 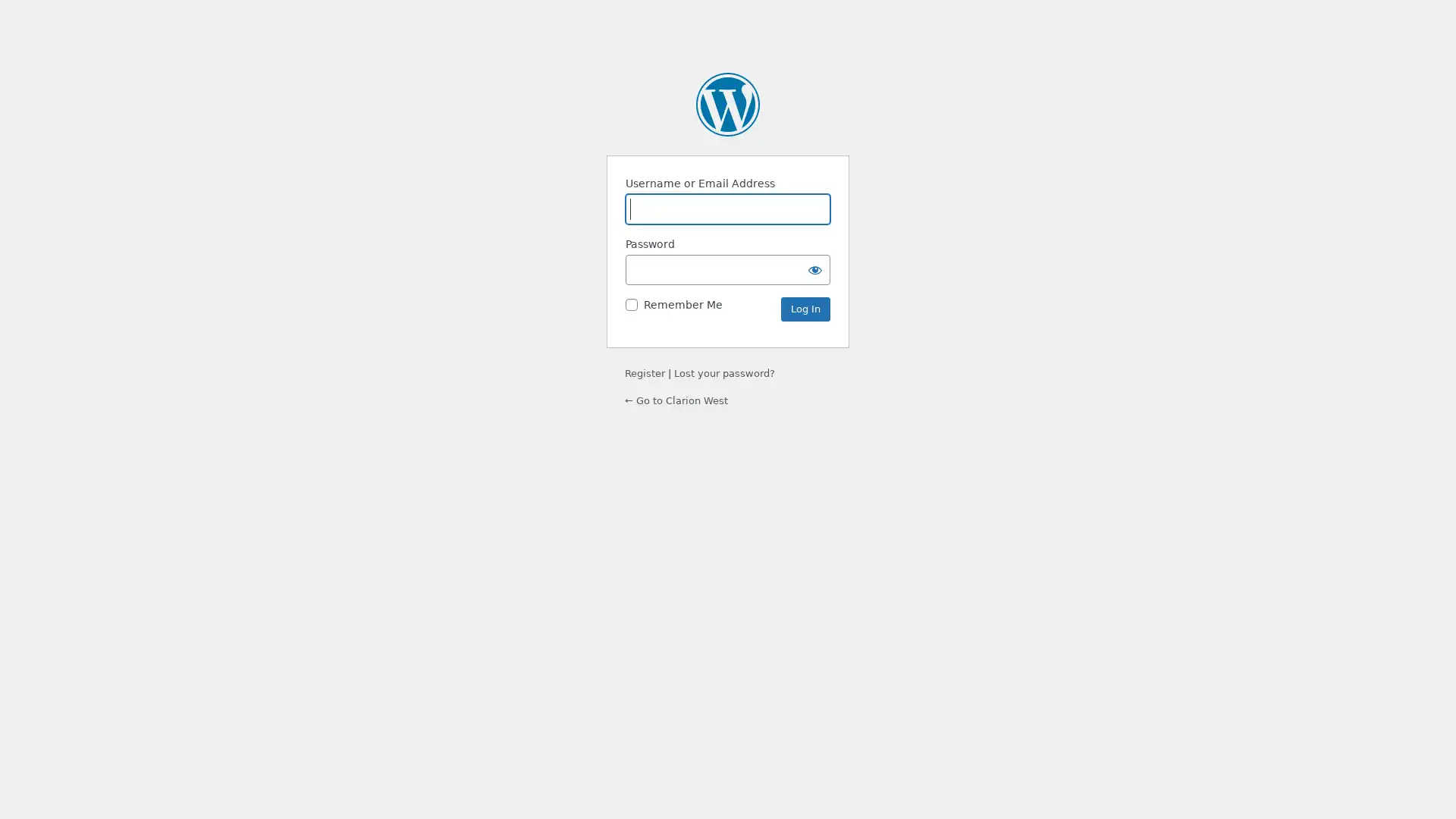 I want to click on Show password, so click(x=814, y=268).